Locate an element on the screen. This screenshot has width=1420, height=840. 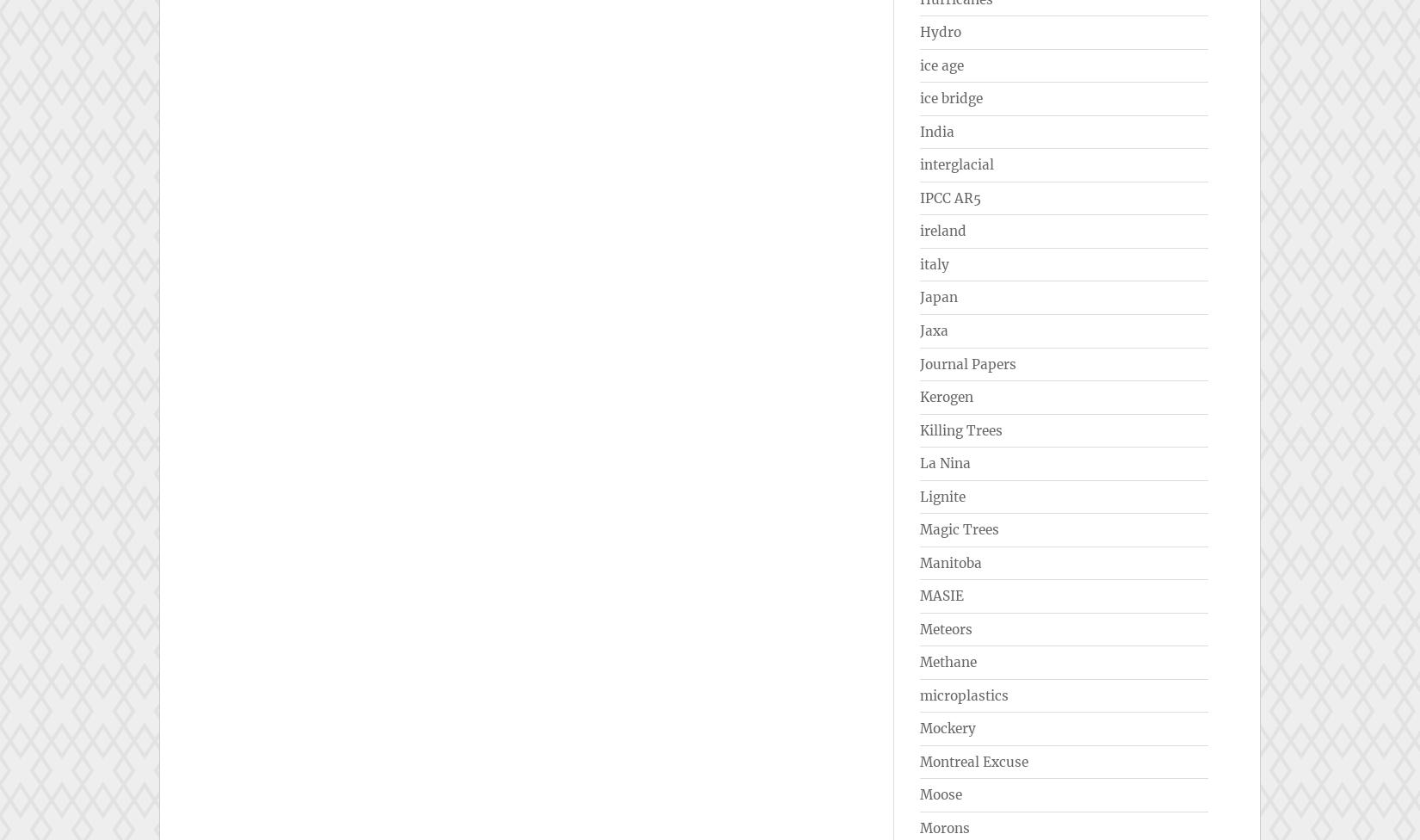
'Moose' is located at coordinates (920, 794).